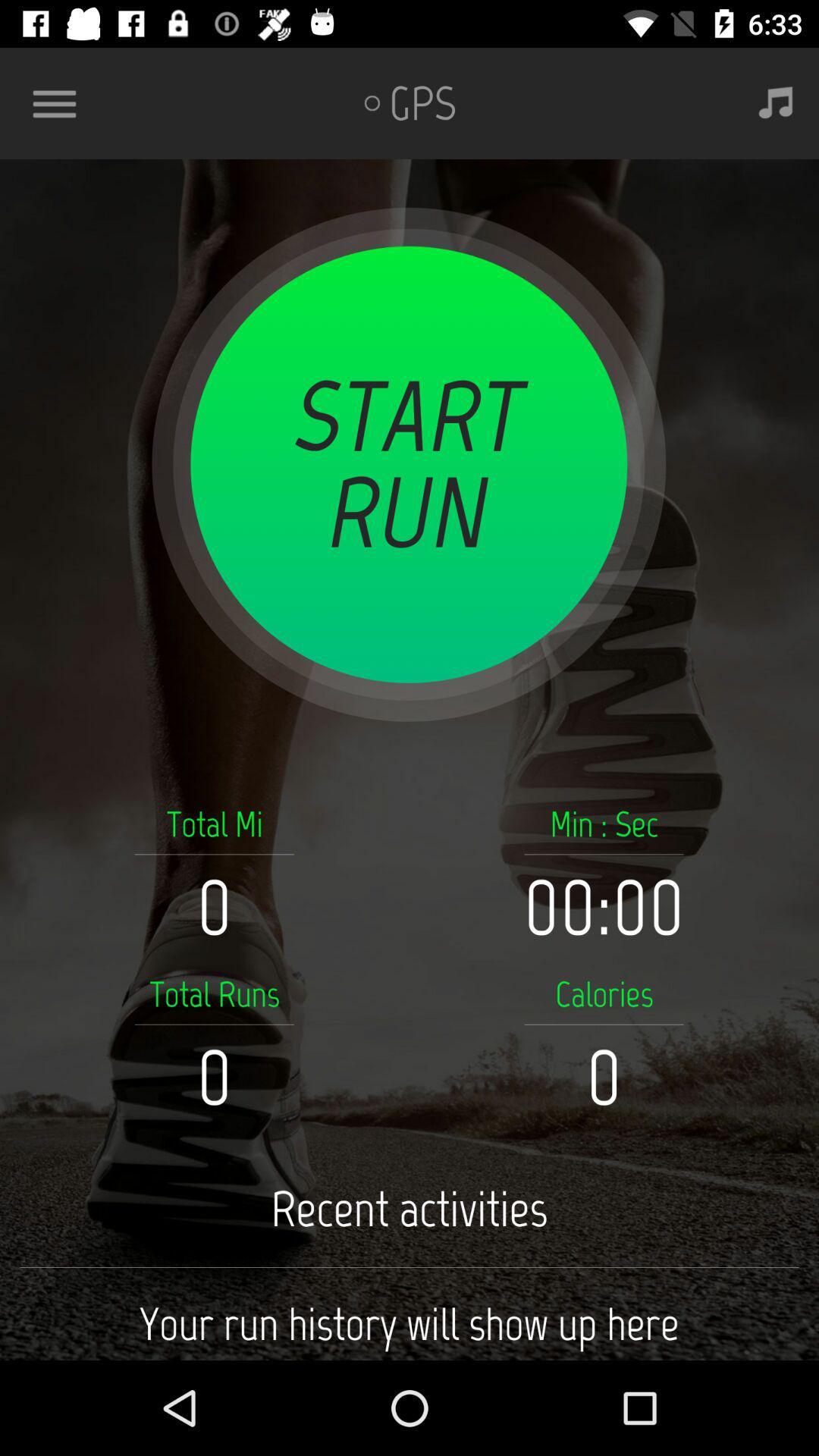 This screenshot has height=1456, width=819. Describe the element at coordinates (60, 102) in the screenshot. I see `item at the top left corner` at that location.